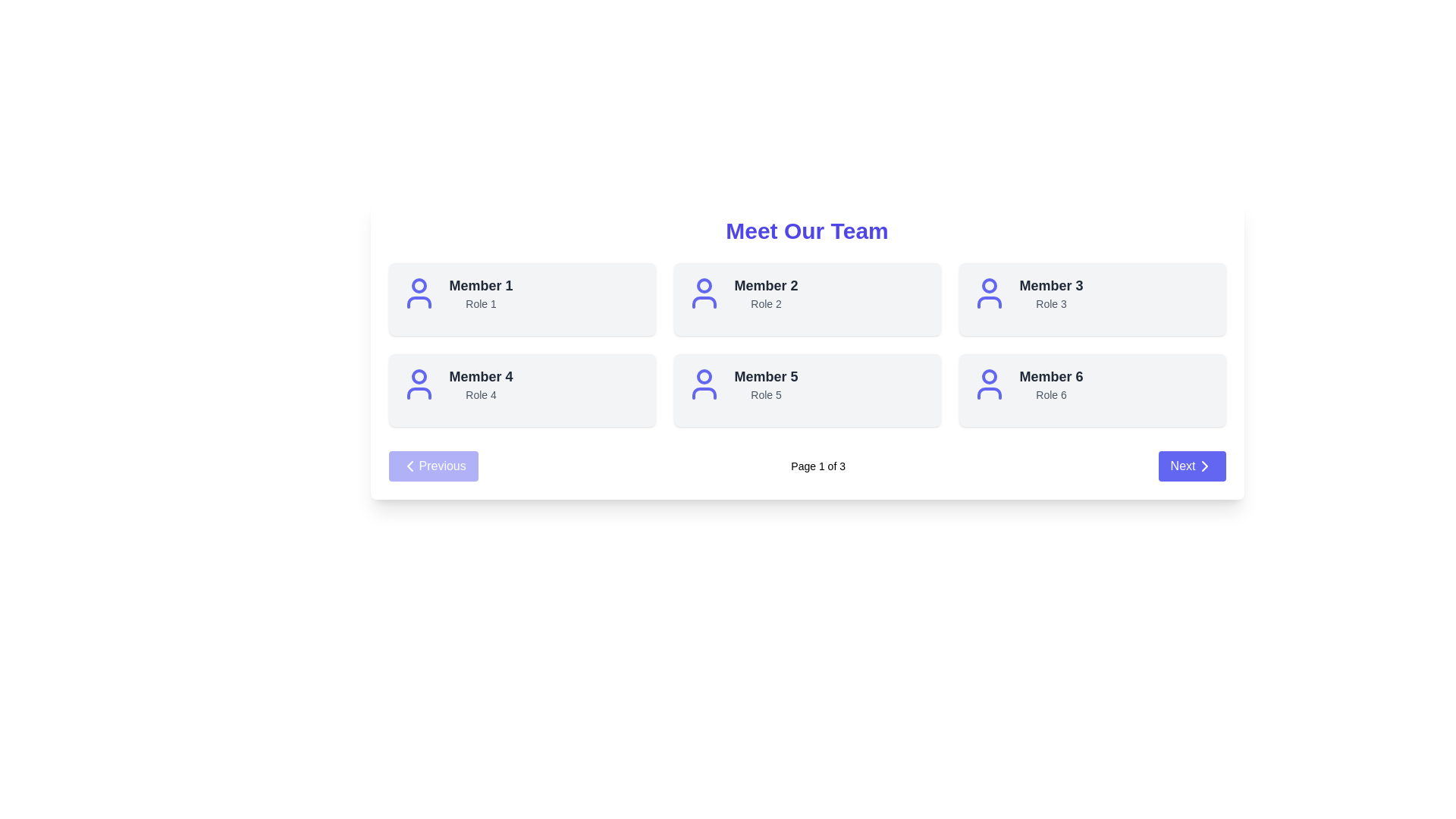  Describe the element at coordinates (806, 293) in the screenshot. I see `the information card located in the top row, second column of the grid layout` at that location.